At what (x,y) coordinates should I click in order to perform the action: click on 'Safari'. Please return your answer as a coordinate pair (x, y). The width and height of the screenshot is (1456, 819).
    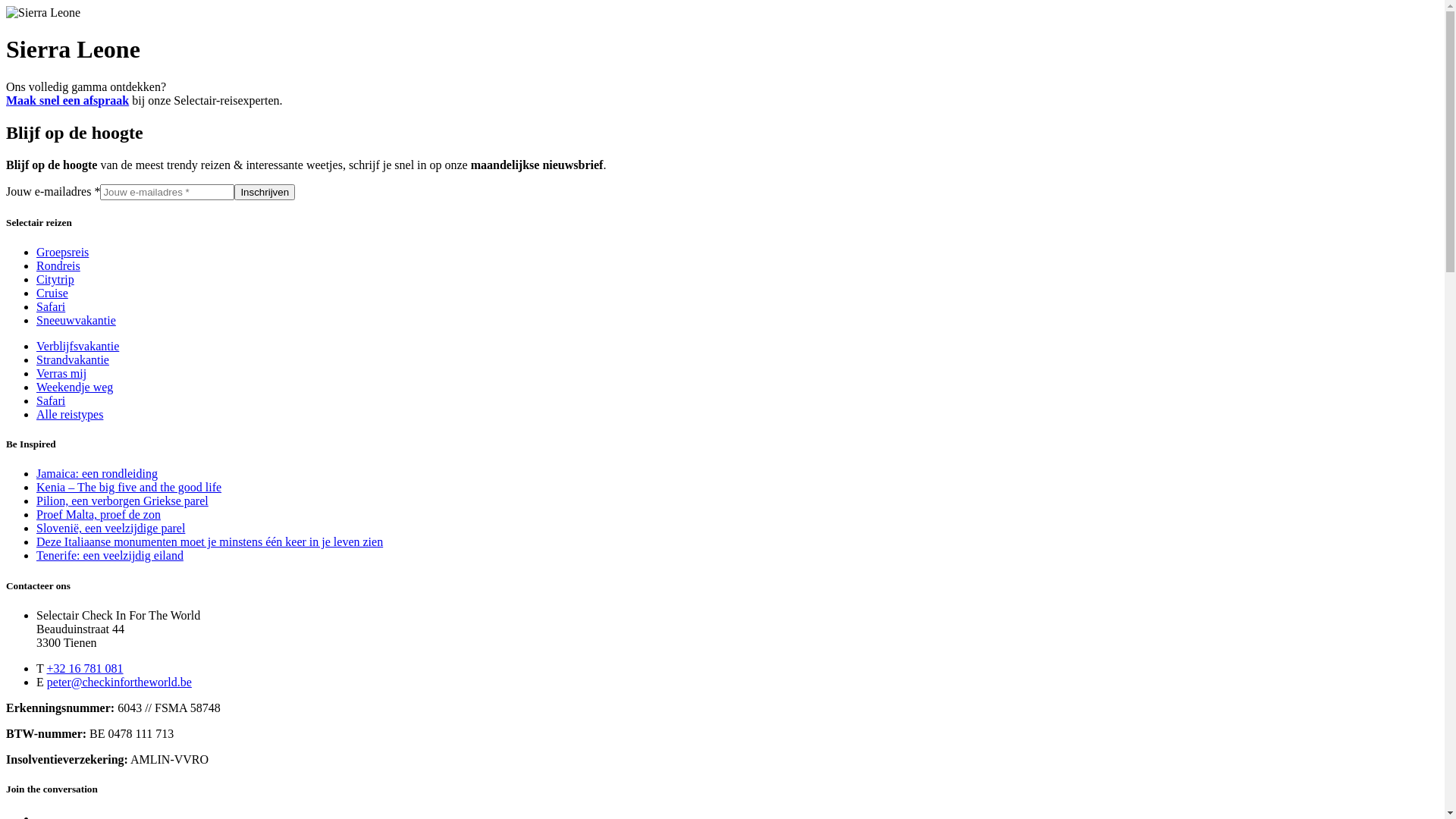
    Looking at the image, I should click on (51, 306).